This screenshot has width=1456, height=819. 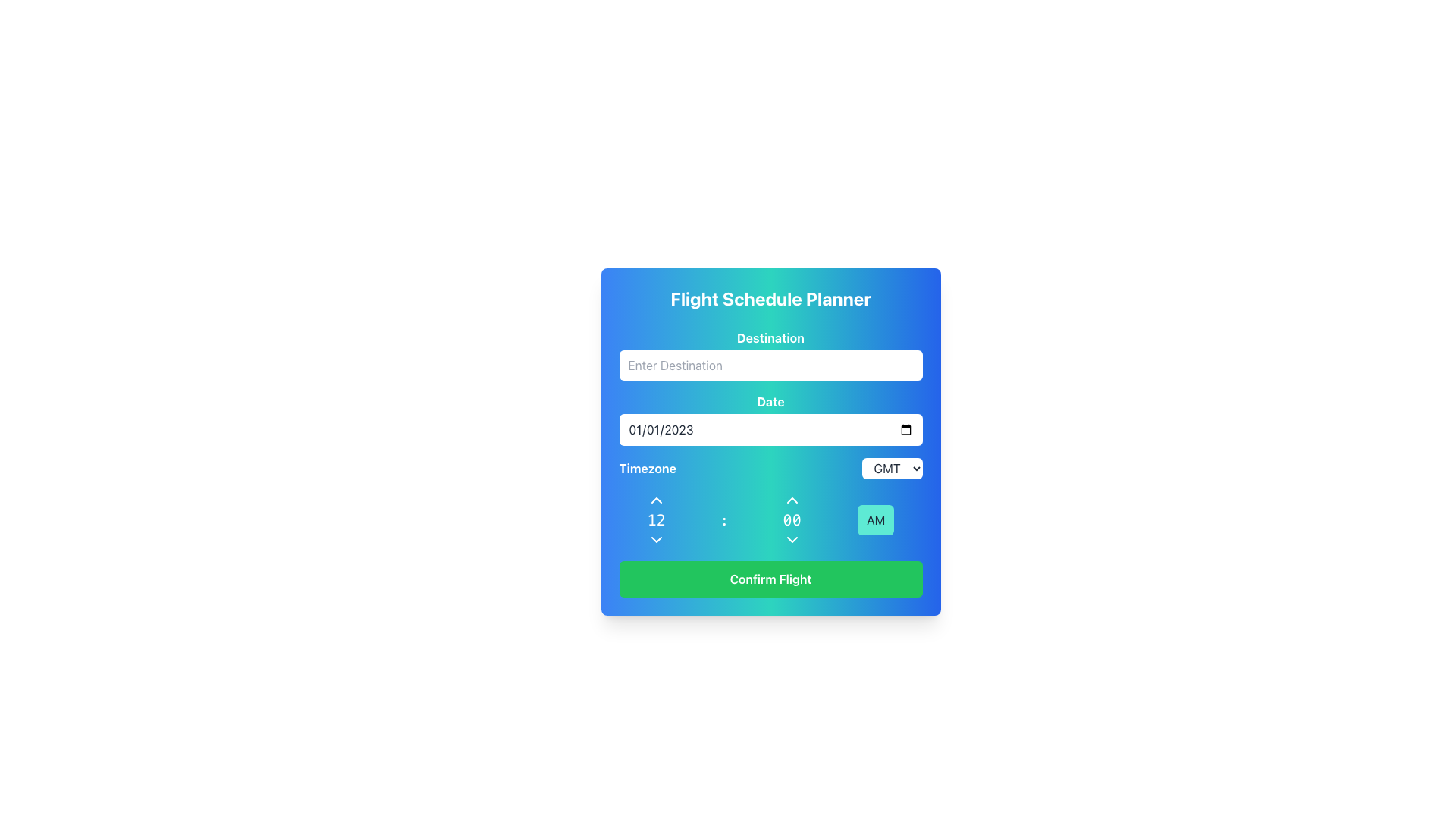 I want to click on the downward-pointing chevron icon styled as a dropdown indicator, so click(x=791, y=539).